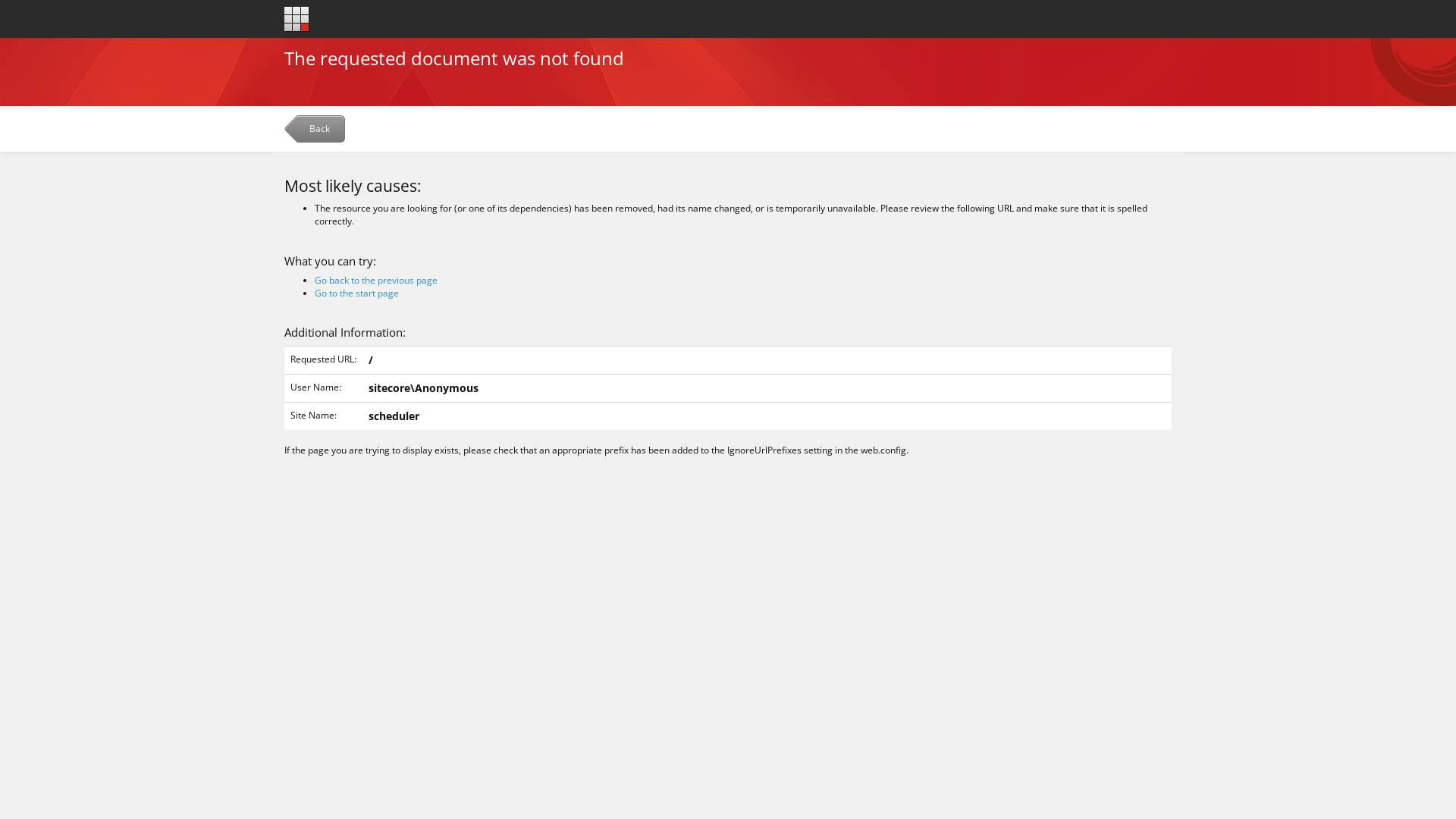  I want to click on 'Go to the start page', so click(297, 18).